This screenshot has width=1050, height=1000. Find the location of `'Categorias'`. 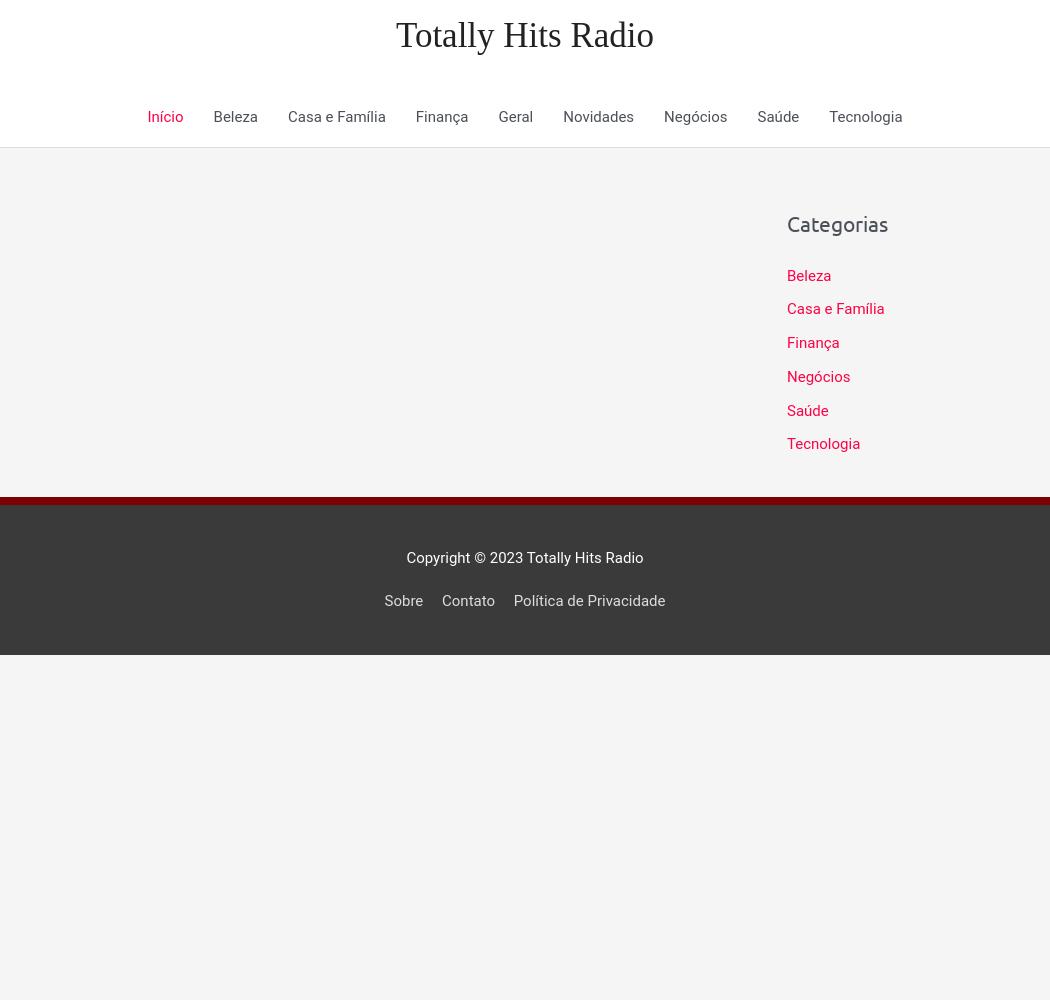

'Categorias' is located at coordinates (837, 222).